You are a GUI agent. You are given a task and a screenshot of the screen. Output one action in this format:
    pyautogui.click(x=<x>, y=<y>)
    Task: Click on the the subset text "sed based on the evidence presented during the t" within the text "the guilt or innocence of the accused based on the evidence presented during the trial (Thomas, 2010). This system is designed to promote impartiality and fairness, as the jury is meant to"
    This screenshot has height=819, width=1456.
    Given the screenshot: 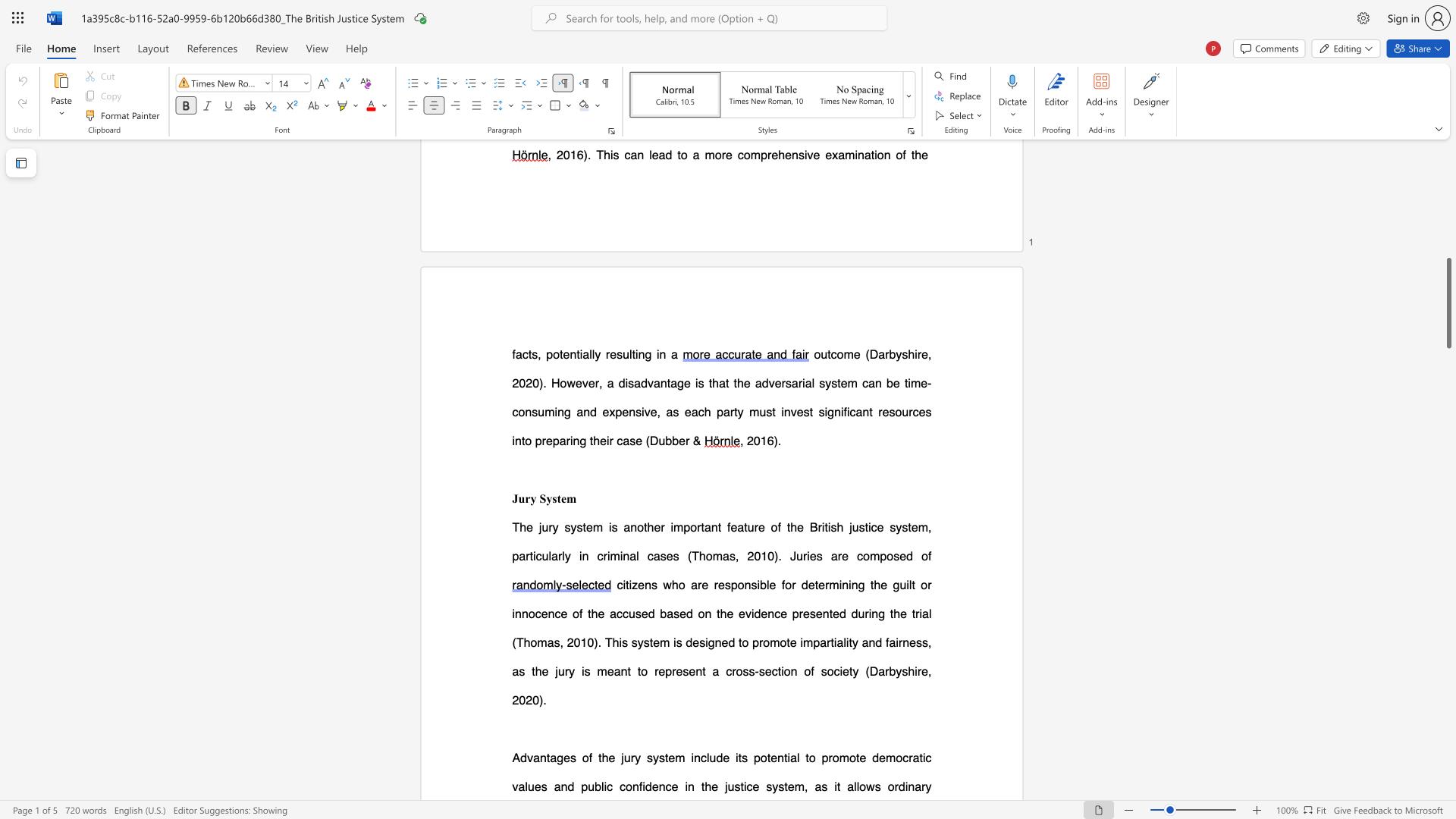 What is the action you would take?
    pyautogui.click(x=635, y=613)
    